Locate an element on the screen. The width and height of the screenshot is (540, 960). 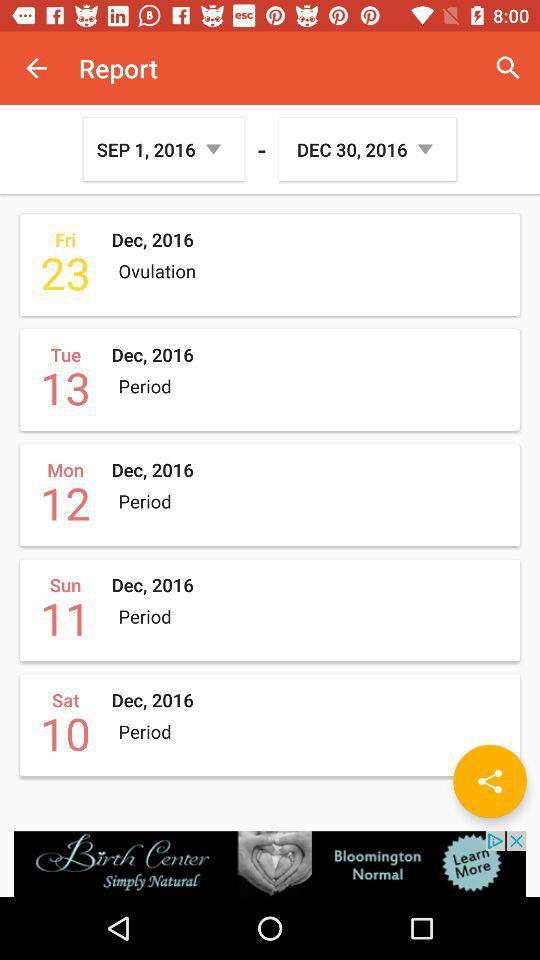
advertisement page is located at coordinates (270, 863).